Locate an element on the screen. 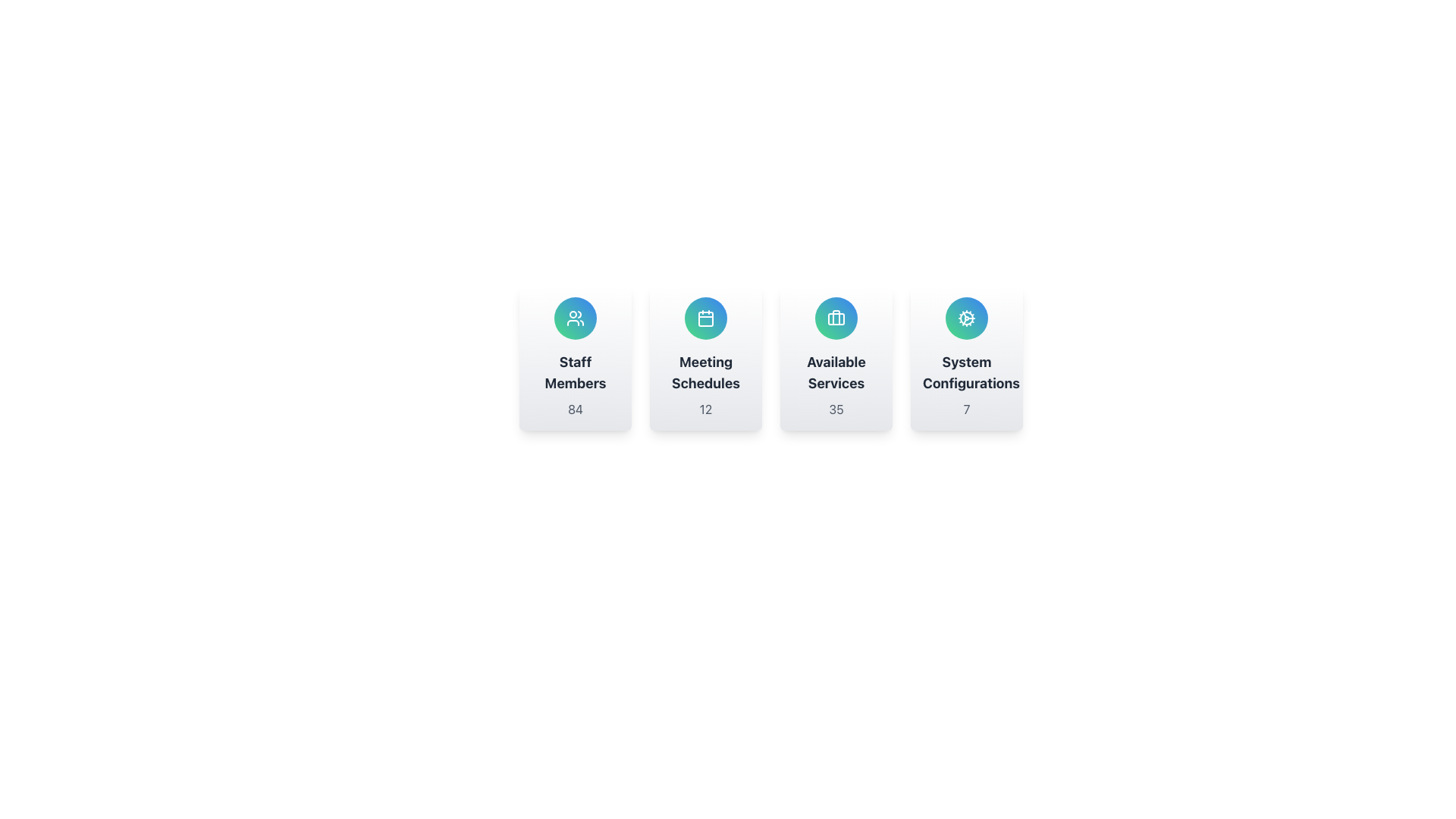  the configuration icon located at the top-center of the 'System Configurations' card, which is the fourth card in a series is located at coordinates (966, 318).